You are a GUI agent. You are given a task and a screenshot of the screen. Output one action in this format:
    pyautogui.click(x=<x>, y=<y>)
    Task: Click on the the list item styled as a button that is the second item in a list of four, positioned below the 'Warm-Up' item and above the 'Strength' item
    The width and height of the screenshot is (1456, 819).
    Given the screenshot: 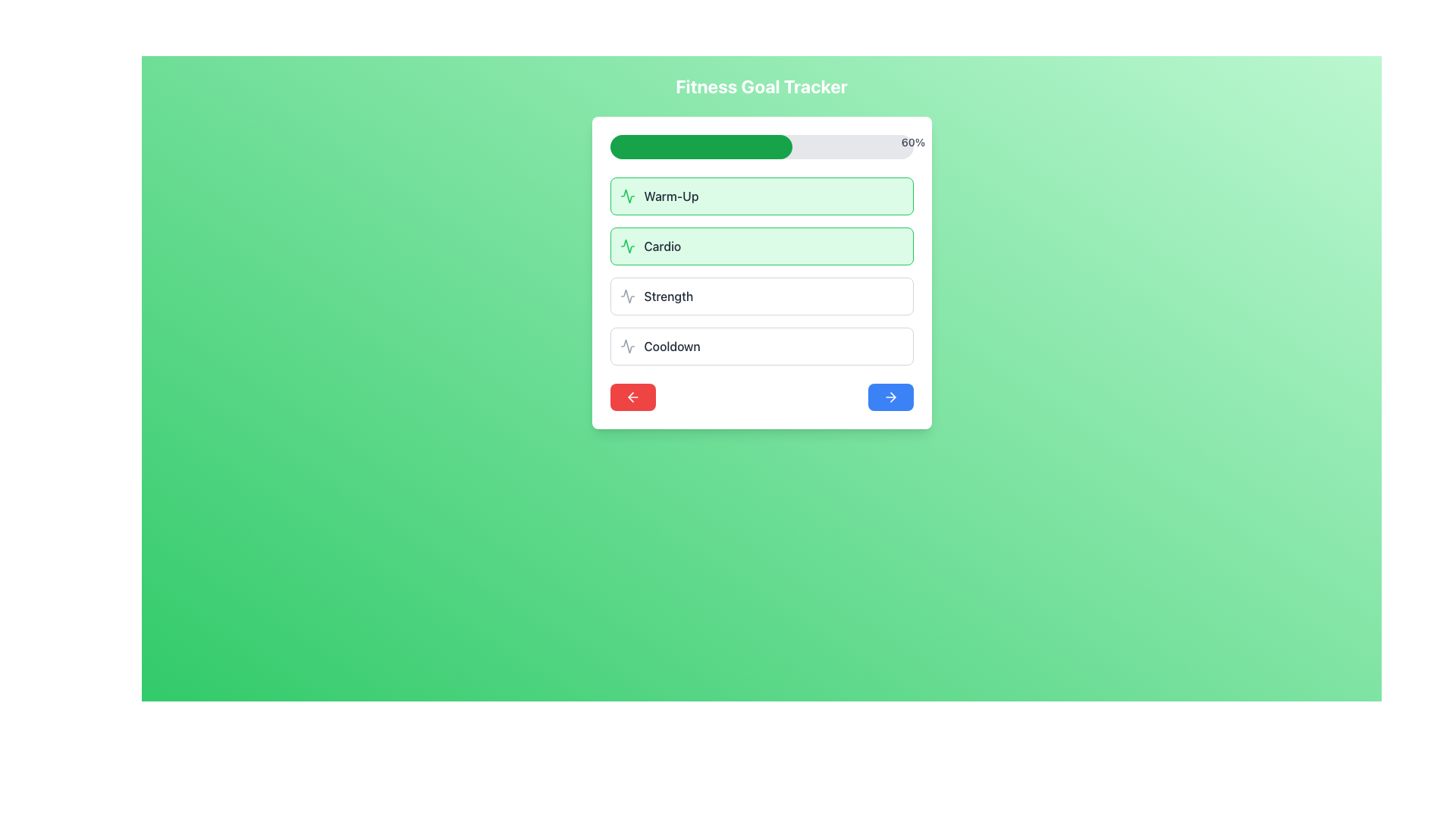 What is the action you would take?
    pyautogui.click(x=761, y=271)
    